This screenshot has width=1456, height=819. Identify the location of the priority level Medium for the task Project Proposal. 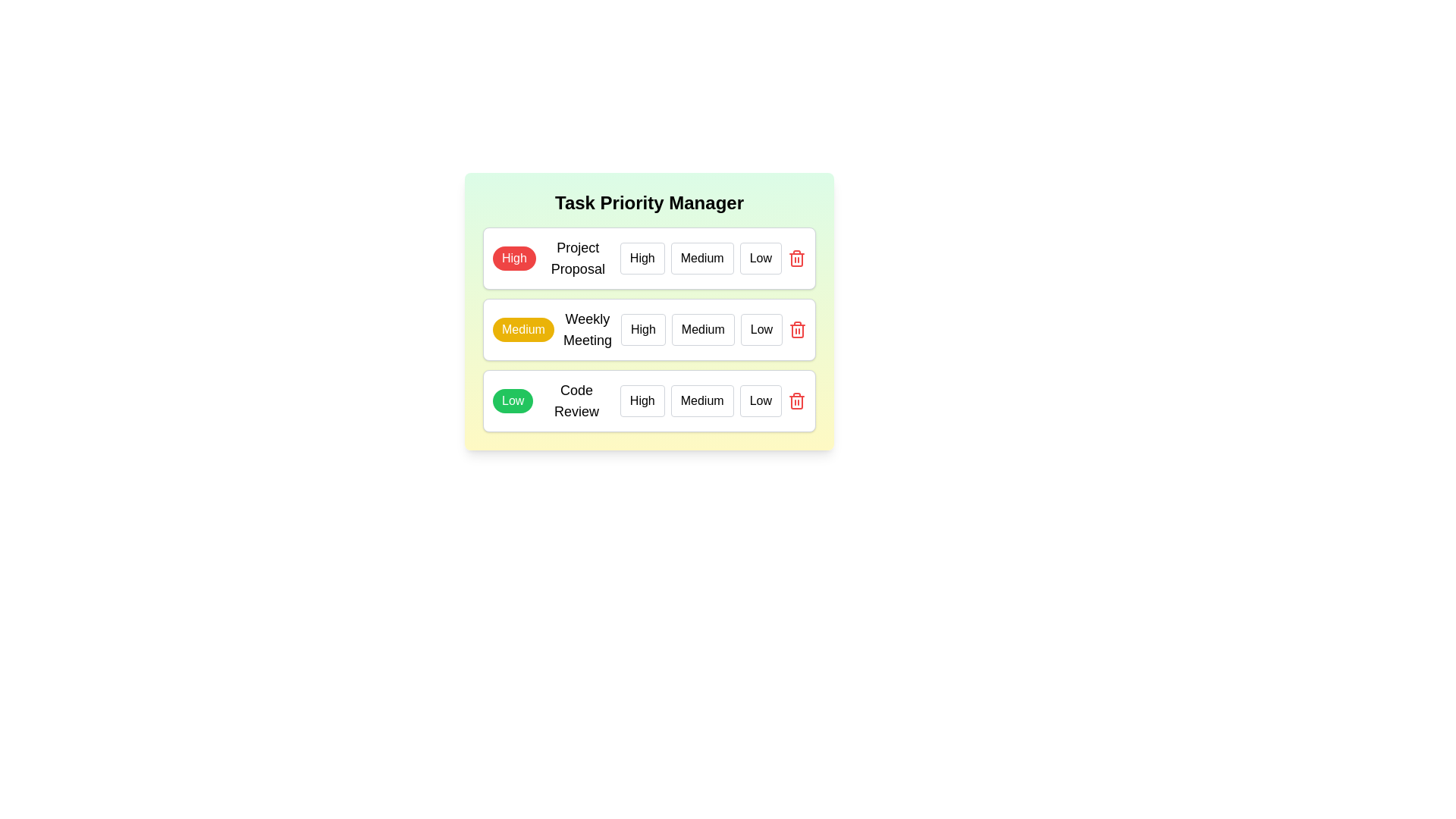
(701, 257).